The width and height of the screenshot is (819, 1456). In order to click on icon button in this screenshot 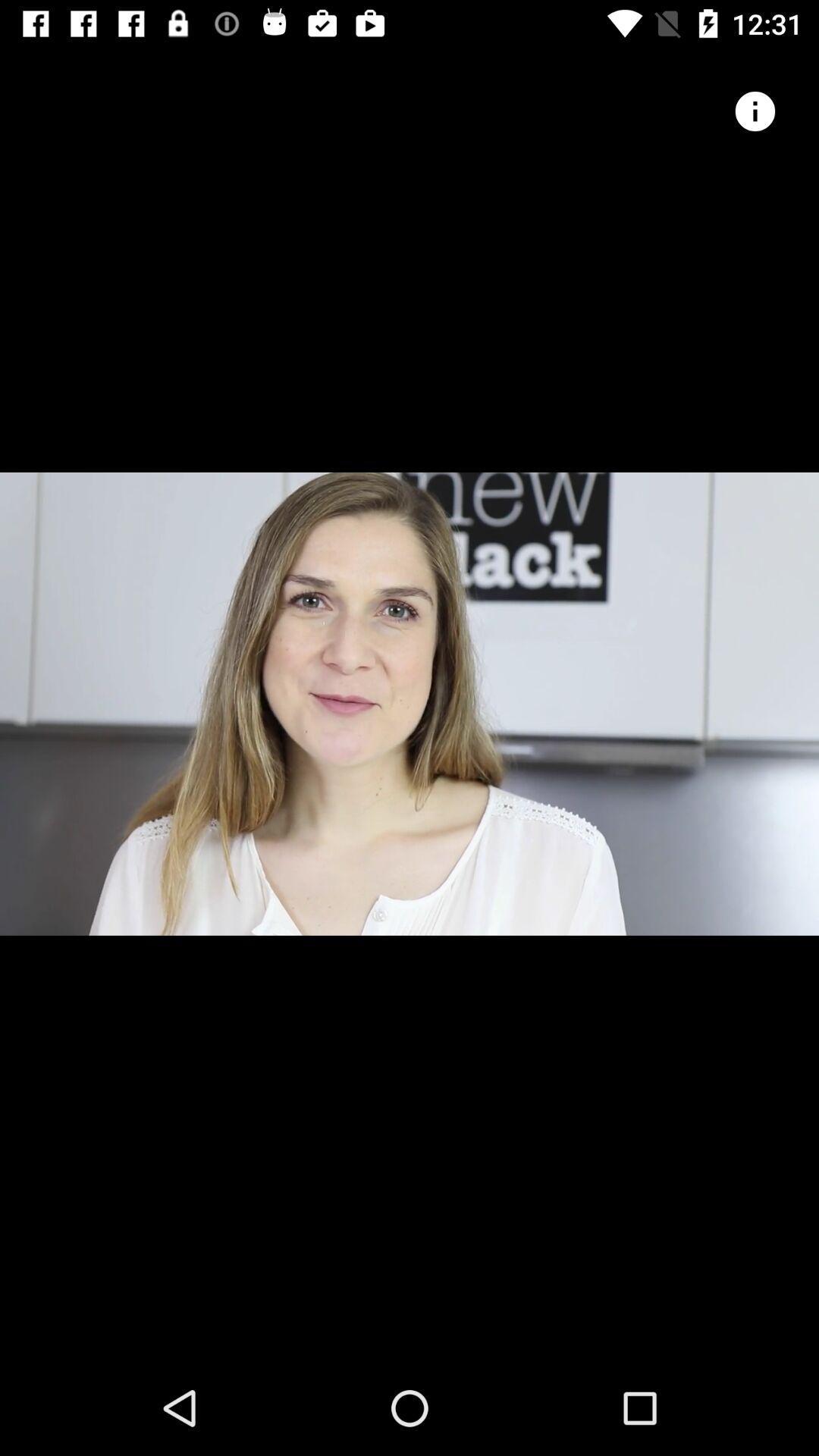, I will do `click(755, 111)`.